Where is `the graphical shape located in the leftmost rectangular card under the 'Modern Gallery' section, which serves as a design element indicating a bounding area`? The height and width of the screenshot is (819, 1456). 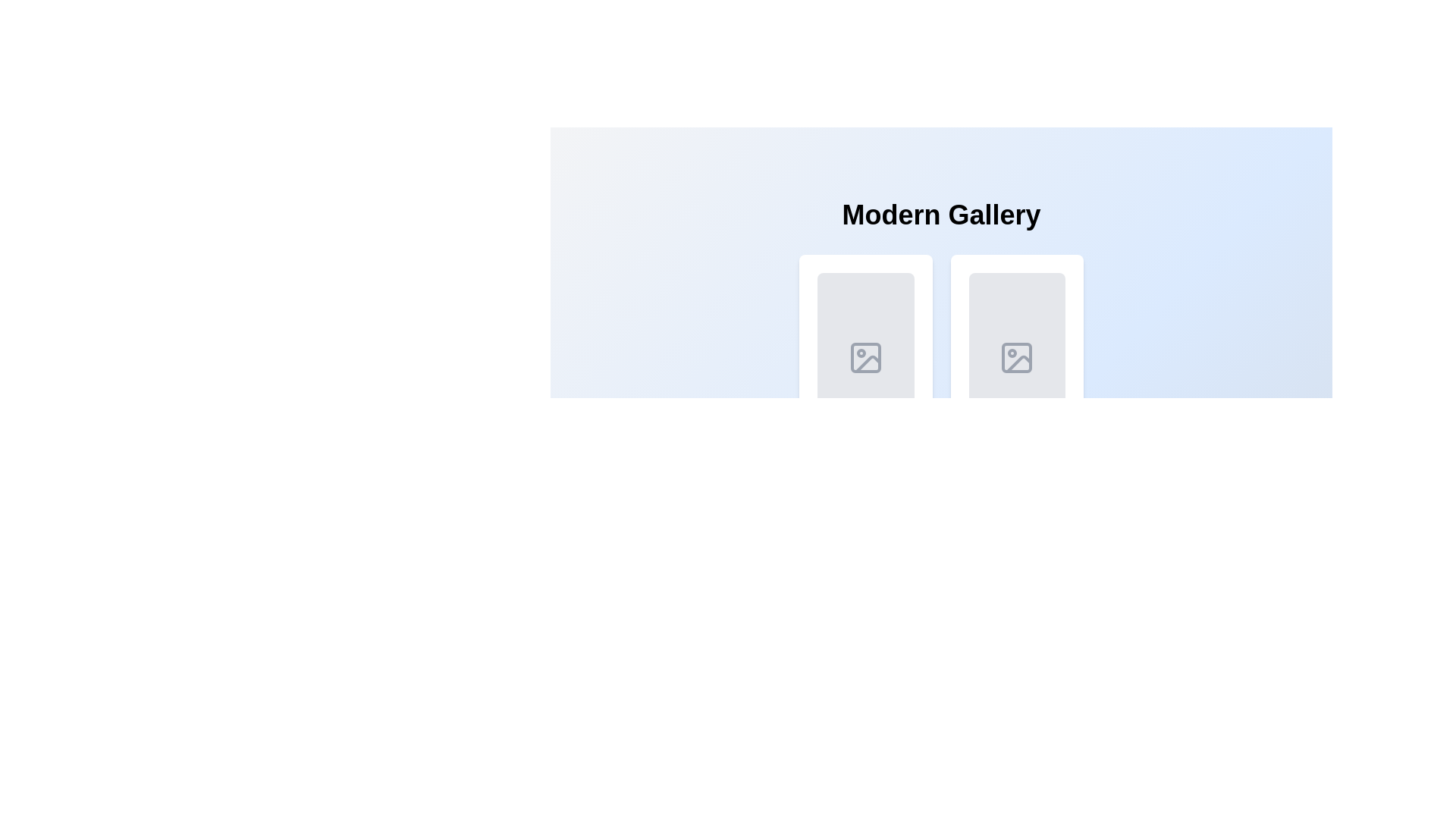
the graphical shape located in the leftmost rectangular card under the 'Modern Gallery' section, which serves as a design element indicating a bounding area is located at coordinates (866, 357).